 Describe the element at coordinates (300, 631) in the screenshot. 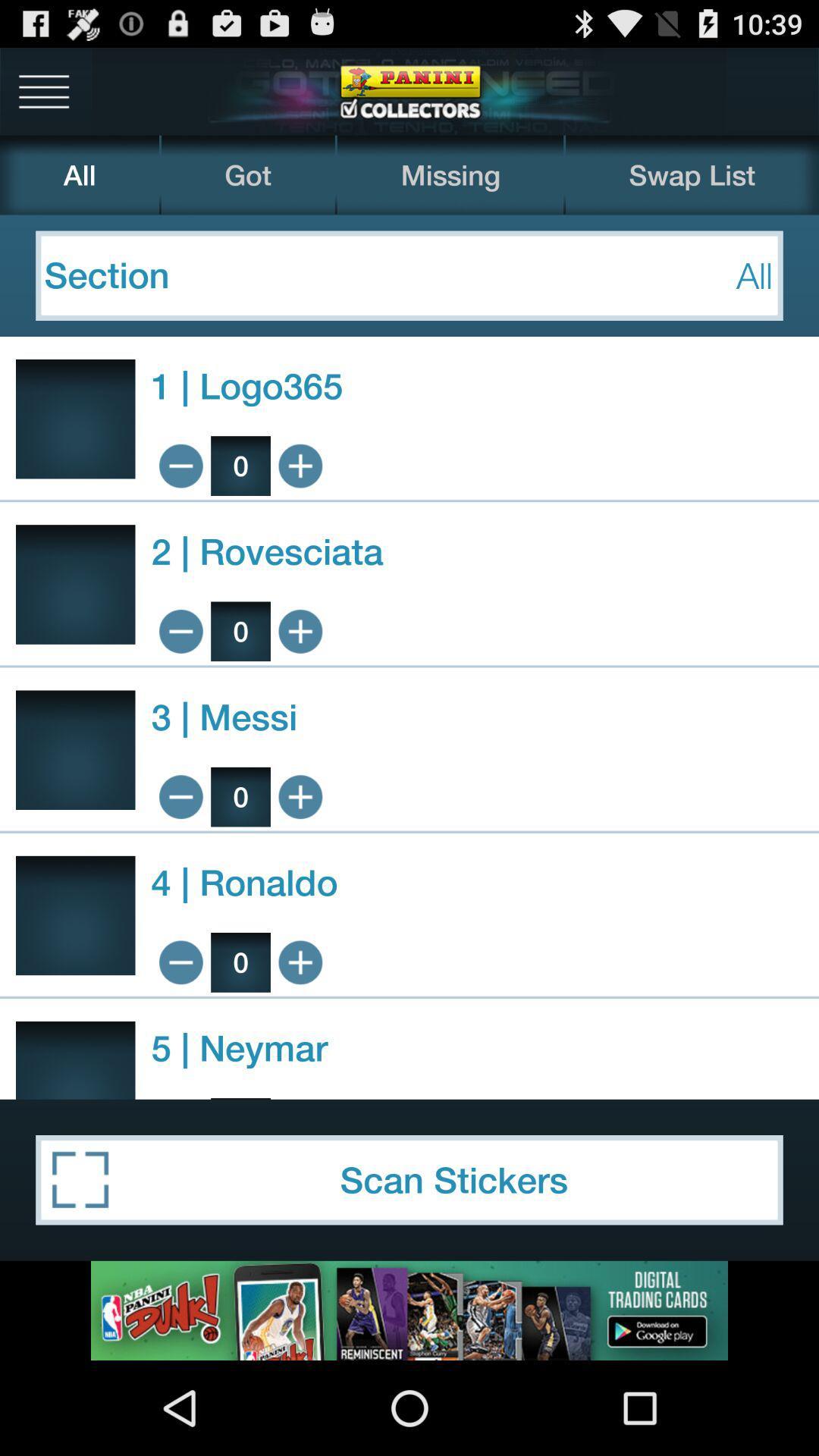

I see `one` at that location.